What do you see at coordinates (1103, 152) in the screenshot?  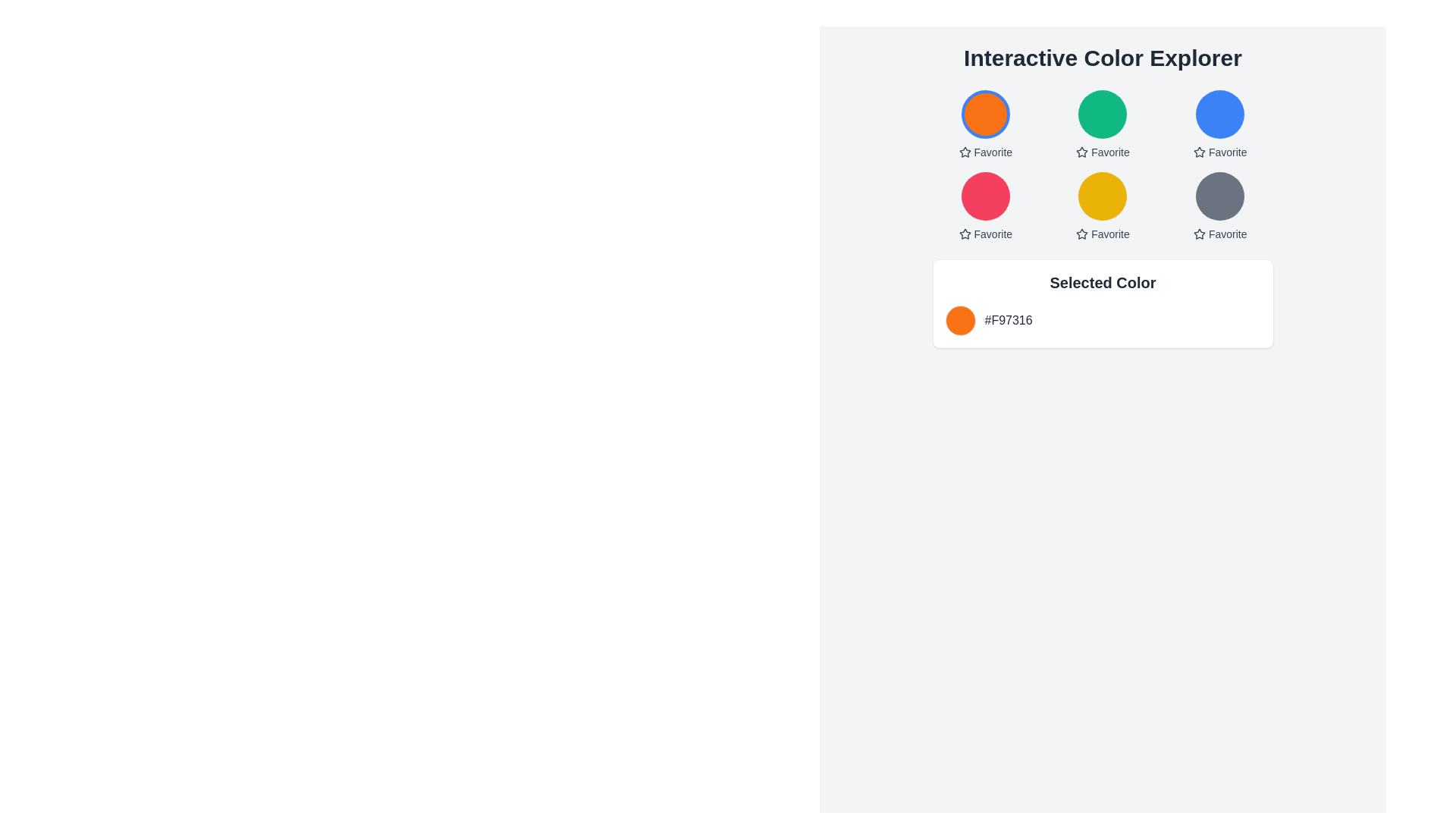 I see `the 'Favorite' button, which is styled in gray and includes a star icon, to mark the associated item as a favorite` at bounding box center [1103, 152].